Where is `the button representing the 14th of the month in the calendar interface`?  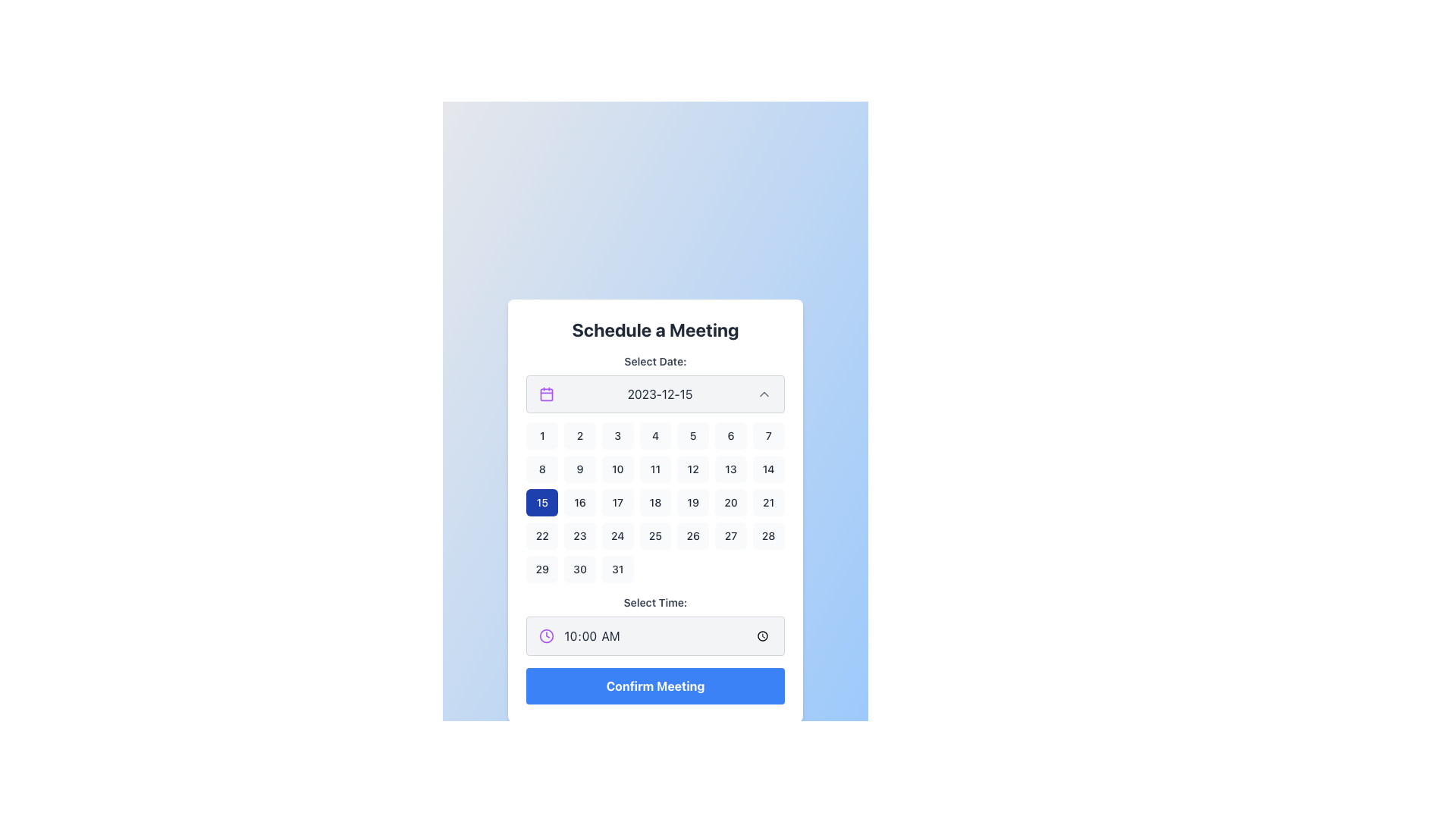 the button representing the 14th of the month in the calendar interface is located at coordinates (768, 468).